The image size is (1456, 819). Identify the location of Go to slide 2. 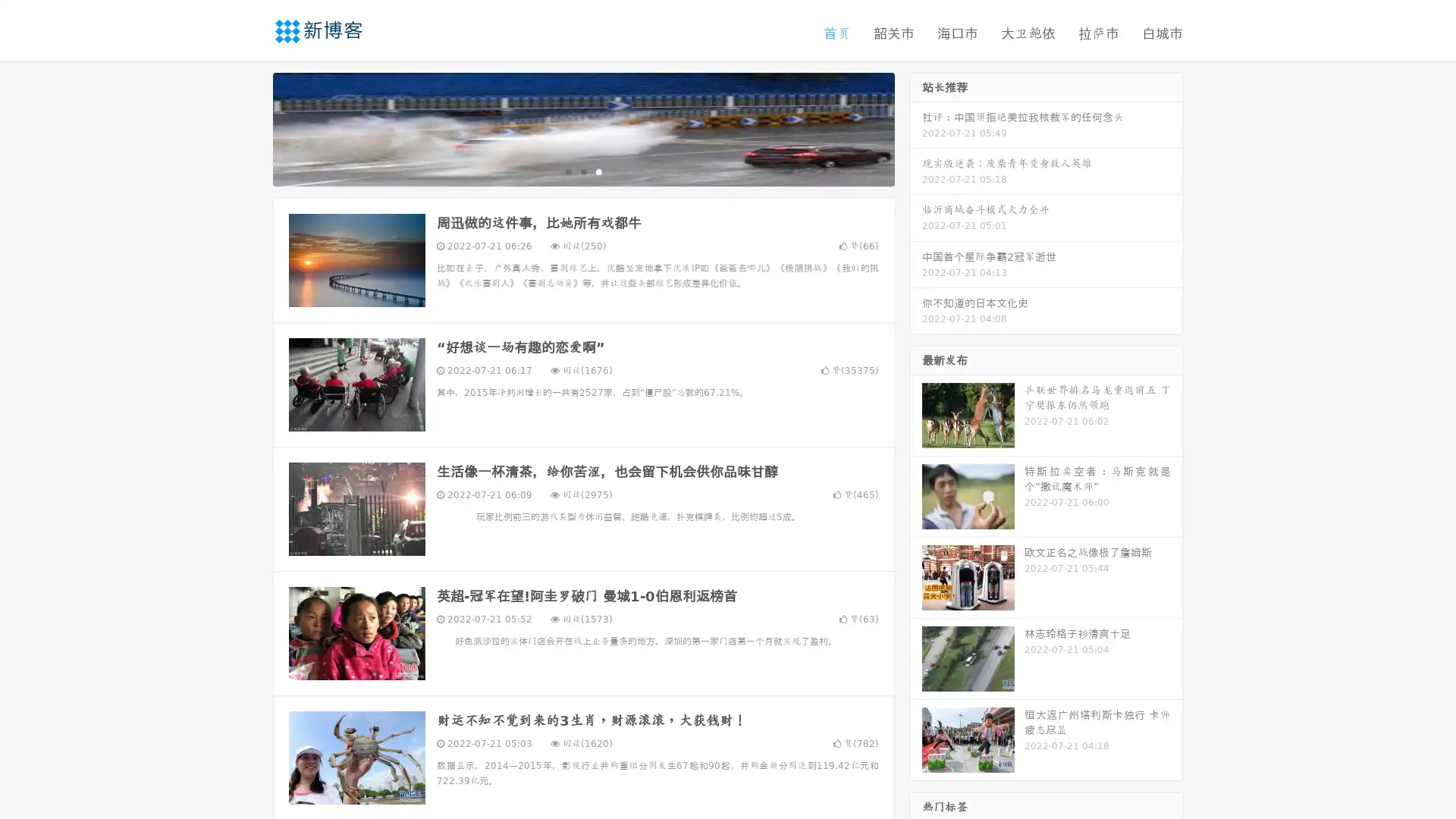
(582, 171).